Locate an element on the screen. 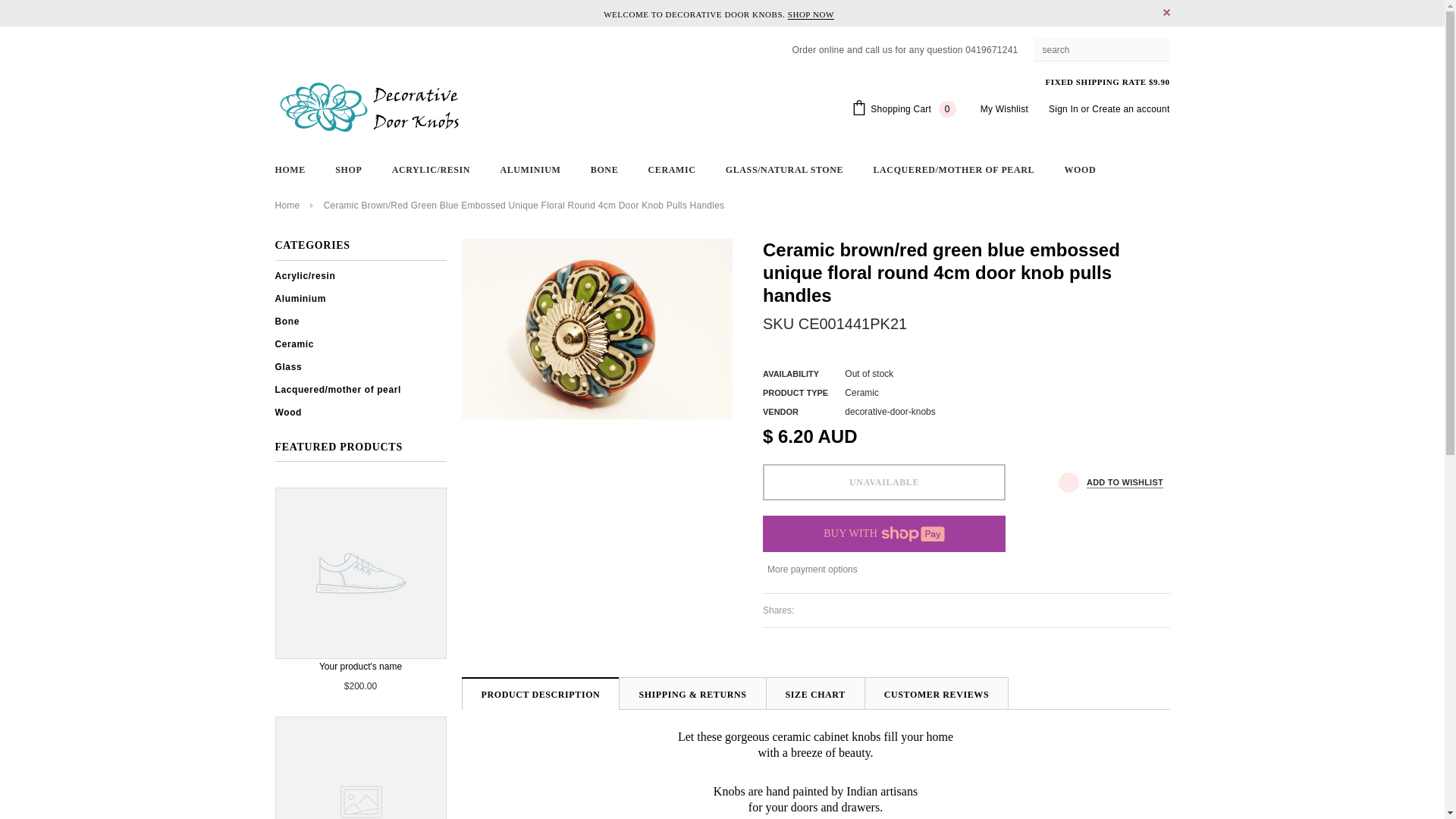 The image size is (1456, 819). 'LACQUERED/MOTHER OF PEARL' is located at coordinates (953, 169).